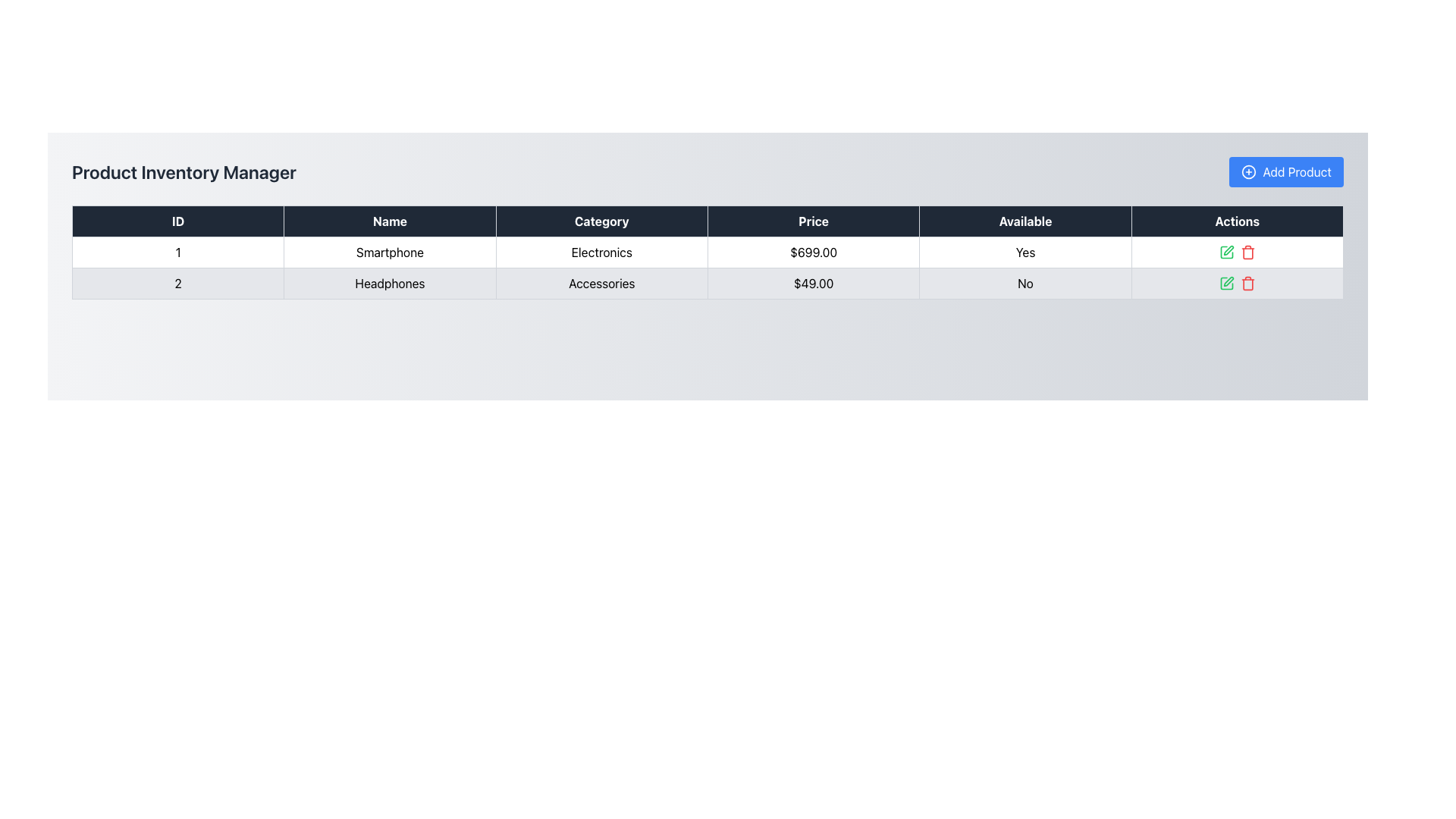 The height and width of the screenshot is (819, 1456). What do you see at coordinates (1025, 251) in the screenshot?
I see `the centered text label reading 'Yes' located in the fifth column of the first row under the 'Available' column in the product information table` at bounding box center [1025, 251].